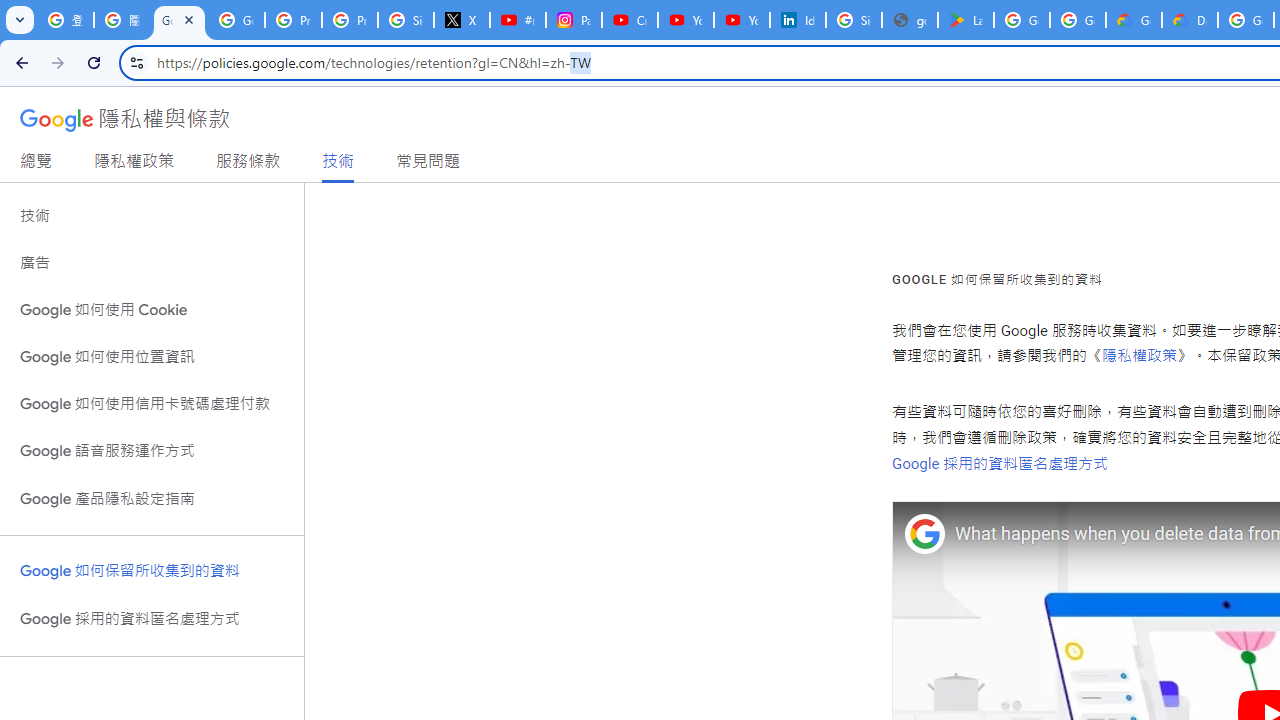  What do you see at coordinates (135, 61) in the screenshot?
I see `'View site information'` at bounding box center [135, 61].